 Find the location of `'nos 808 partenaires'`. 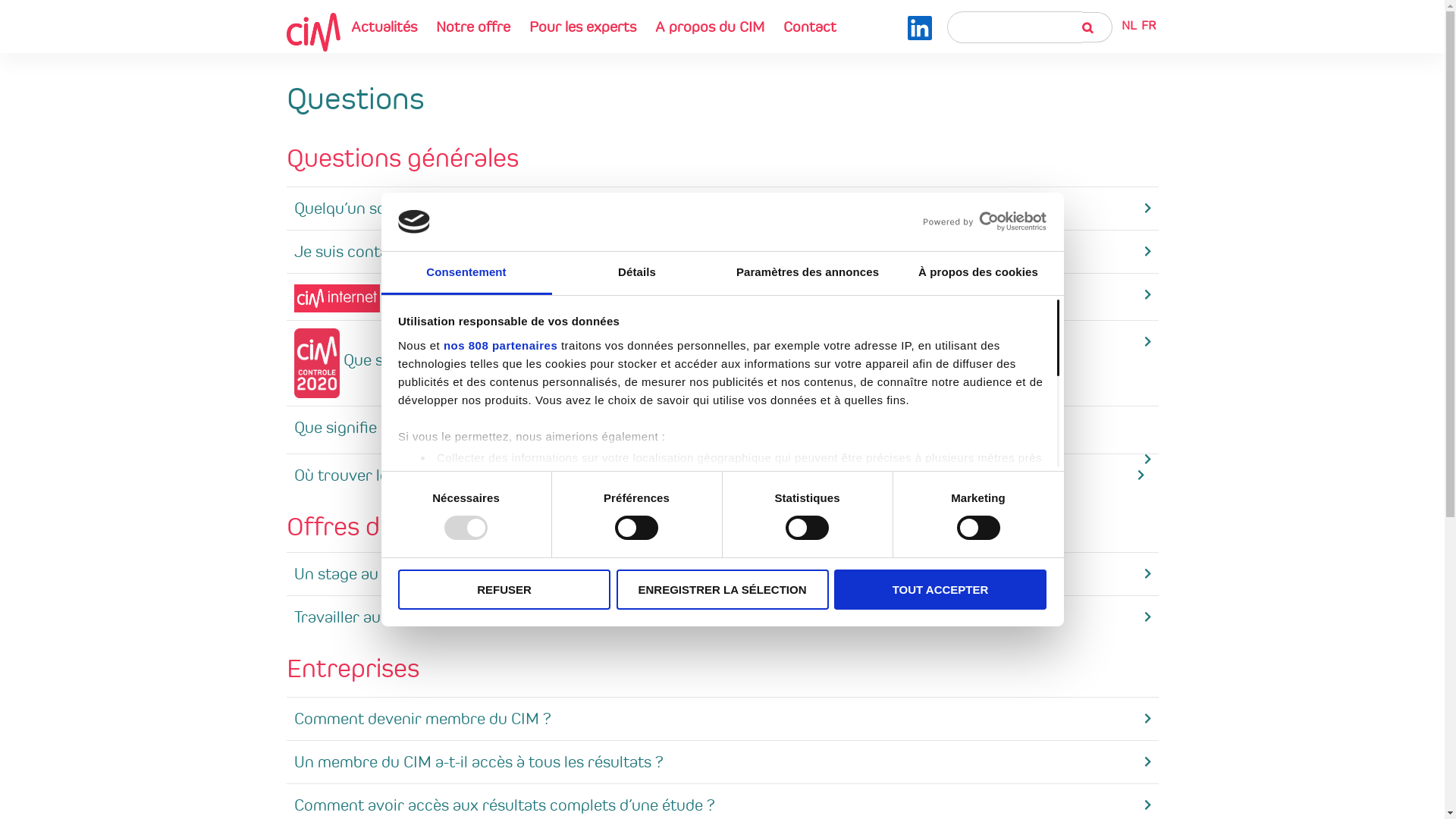

'nos 808 partenaires' is located at coordinates (500, 345).